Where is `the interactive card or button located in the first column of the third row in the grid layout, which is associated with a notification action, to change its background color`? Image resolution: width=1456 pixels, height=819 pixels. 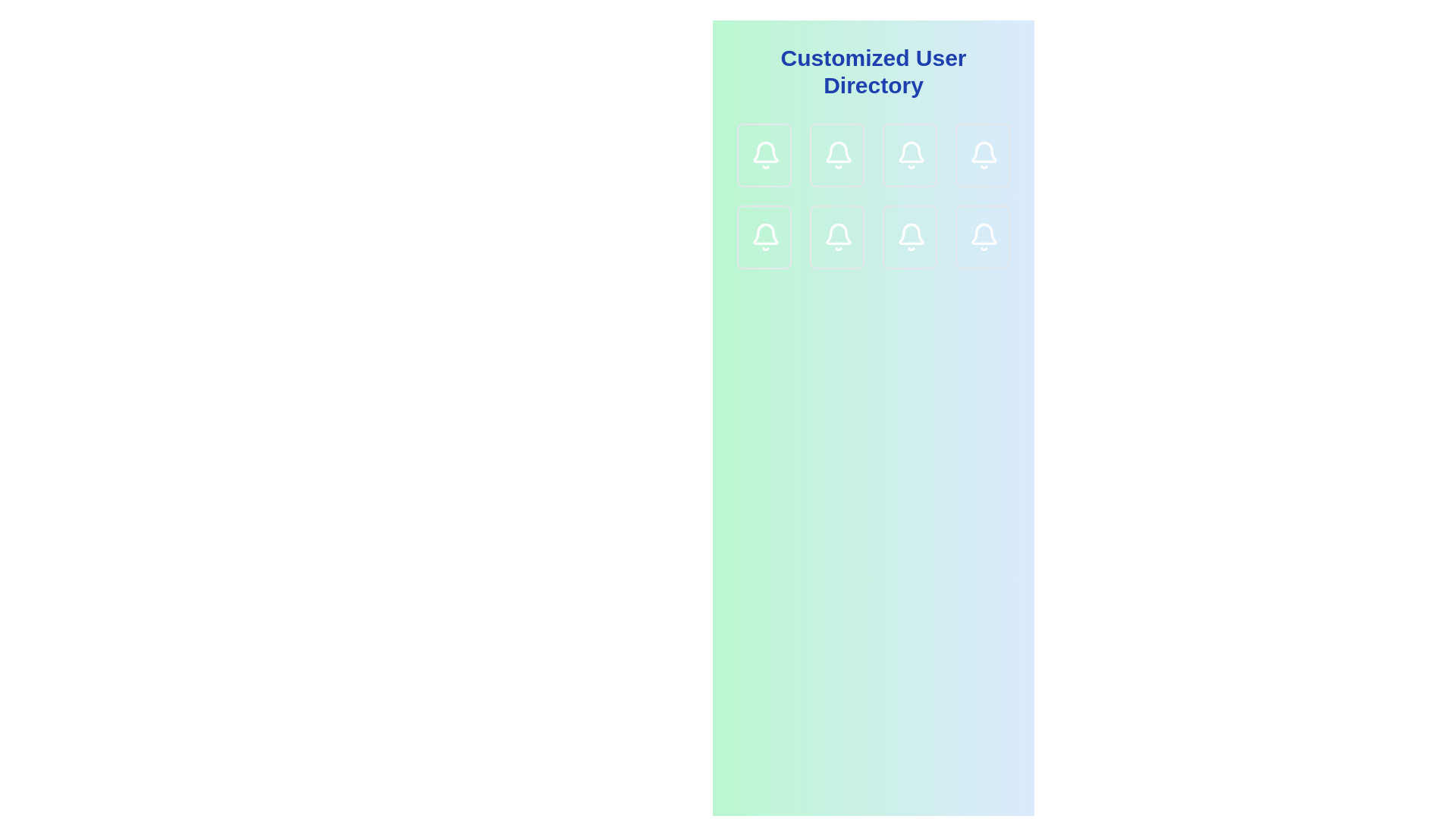
the interactive card or button located in the first column of the third row in the grid layout, which is associated with a notification action, to change its background color is located at coordinates (764, 237).